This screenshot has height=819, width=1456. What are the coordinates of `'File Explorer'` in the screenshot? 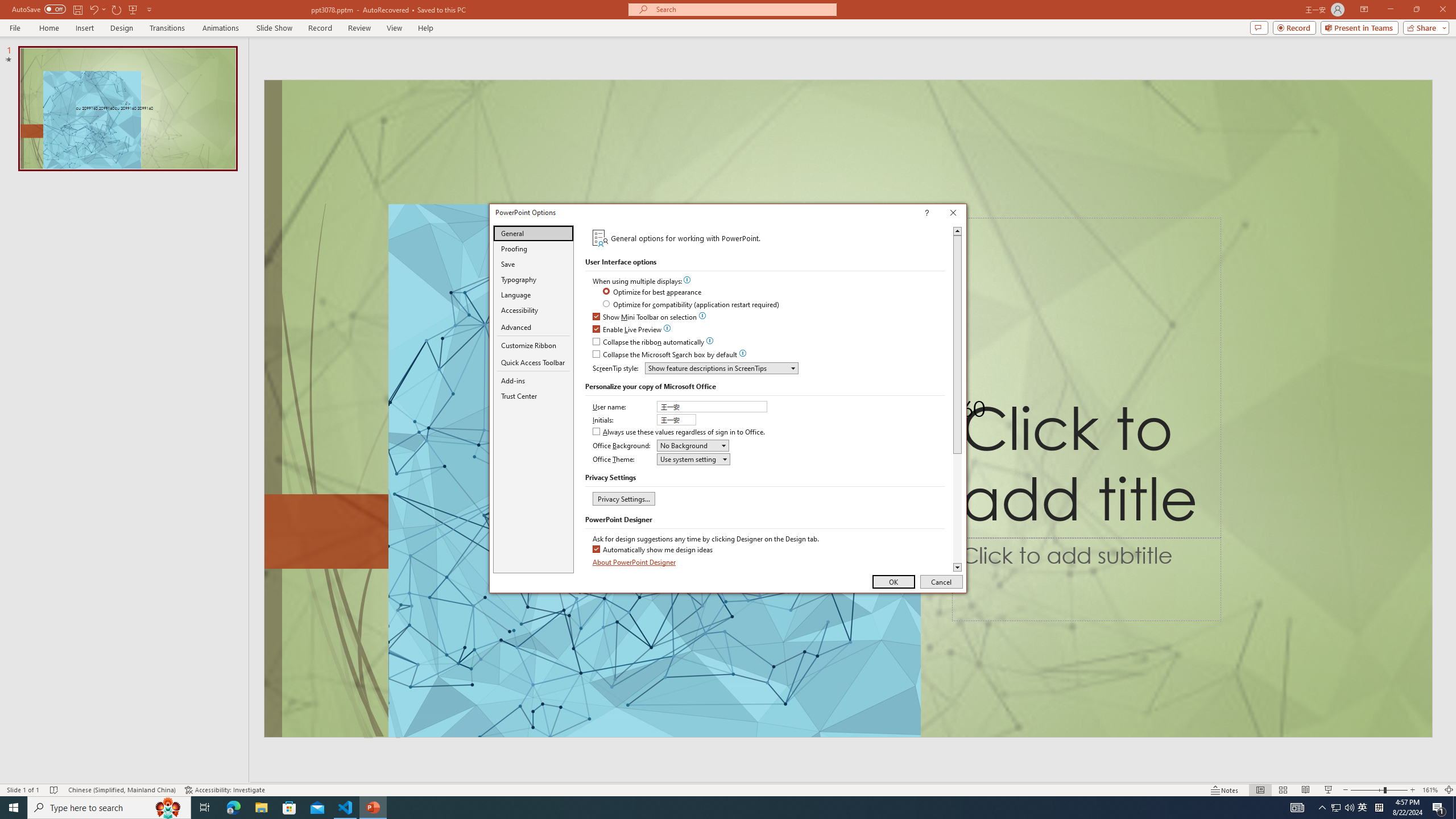 It's located at (260, 806).